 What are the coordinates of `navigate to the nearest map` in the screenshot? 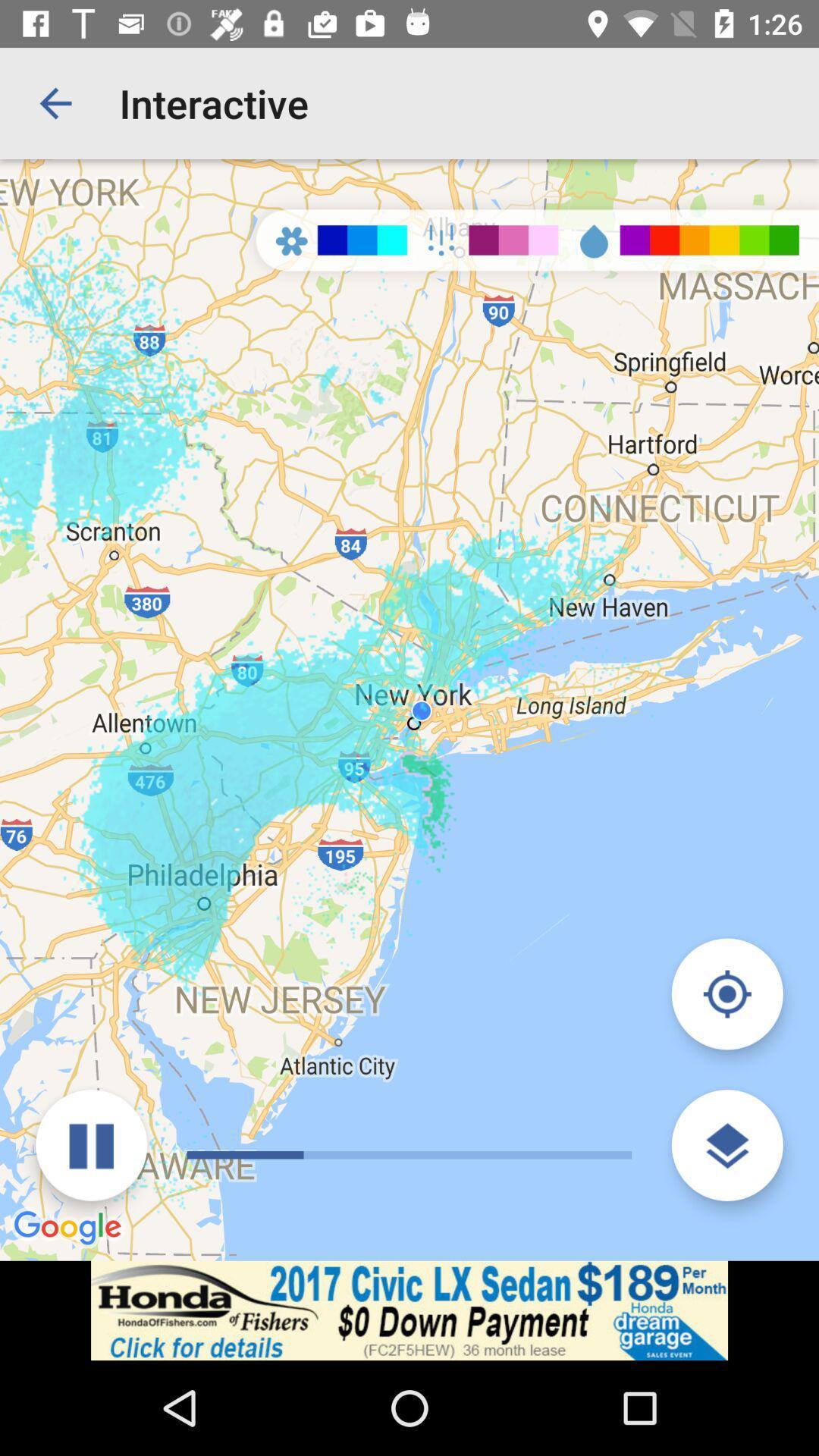 It's located at (726, 993).